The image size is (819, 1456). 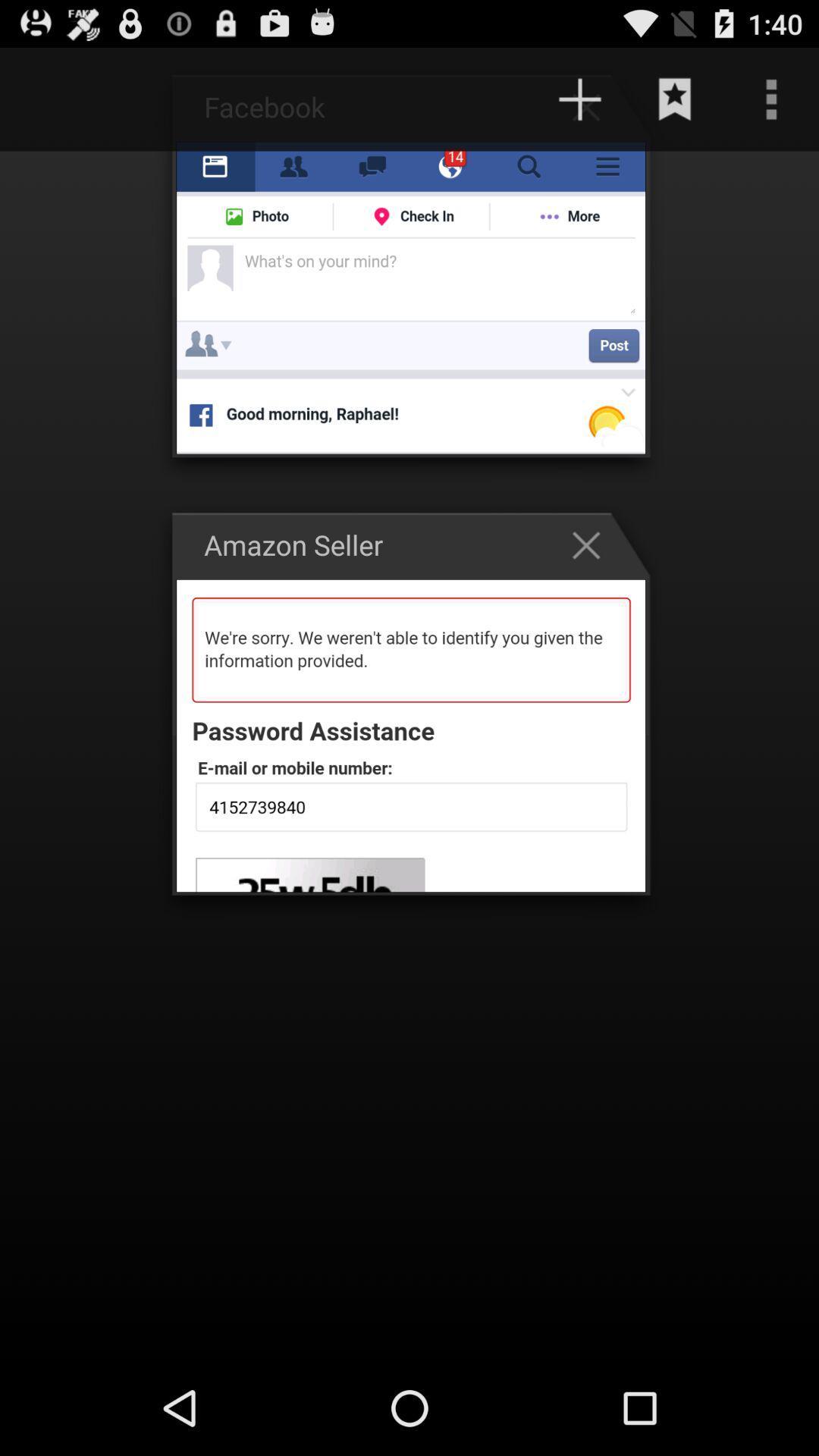 What do you see at coordinates (593, 582) in the screenshot?
I see `the close icon` at bounding box center [593, 582].